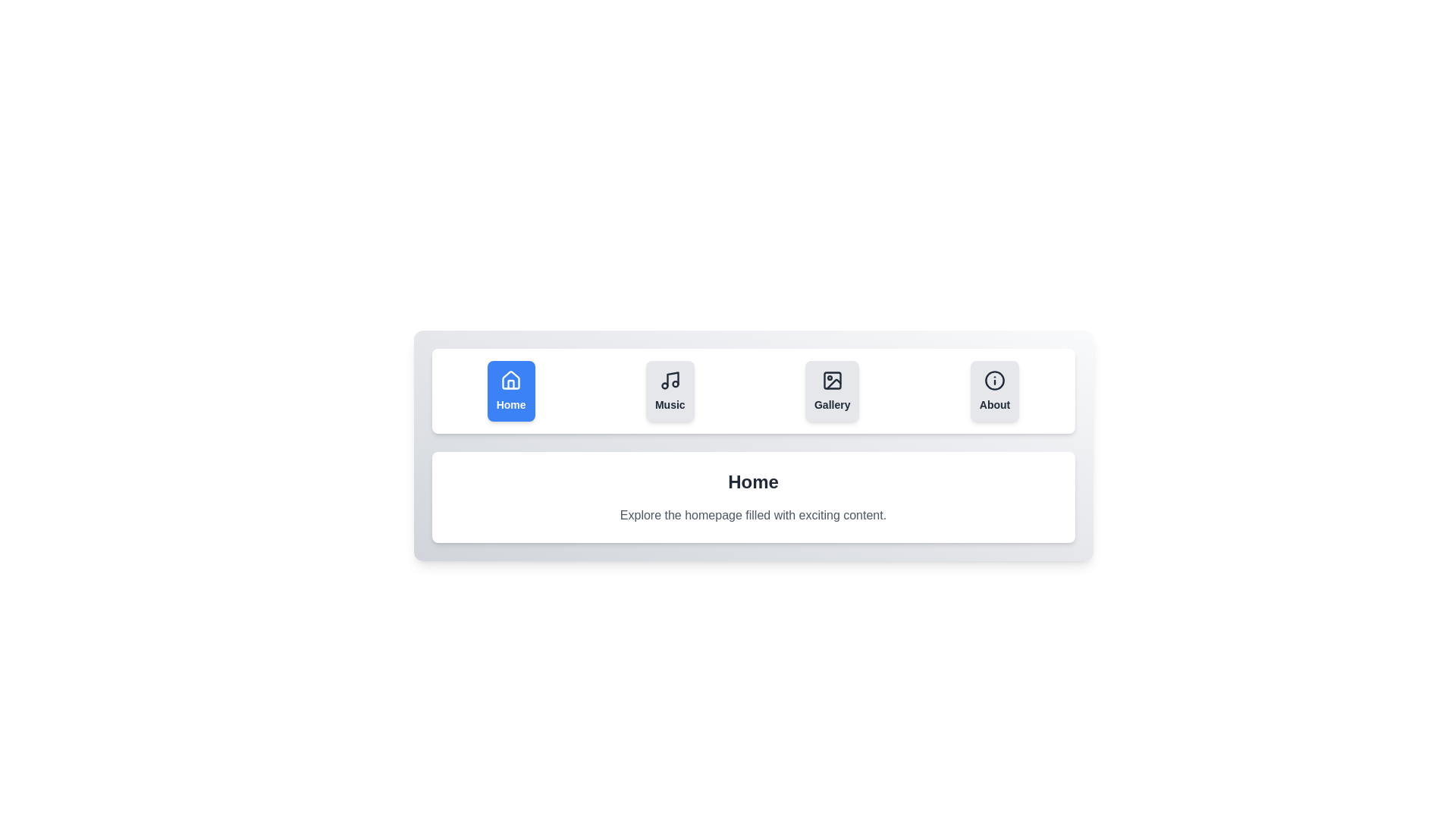 This screenshot has width=1456, height=819. I want to click on the tab button labeled Gallery, so click(831, 391).